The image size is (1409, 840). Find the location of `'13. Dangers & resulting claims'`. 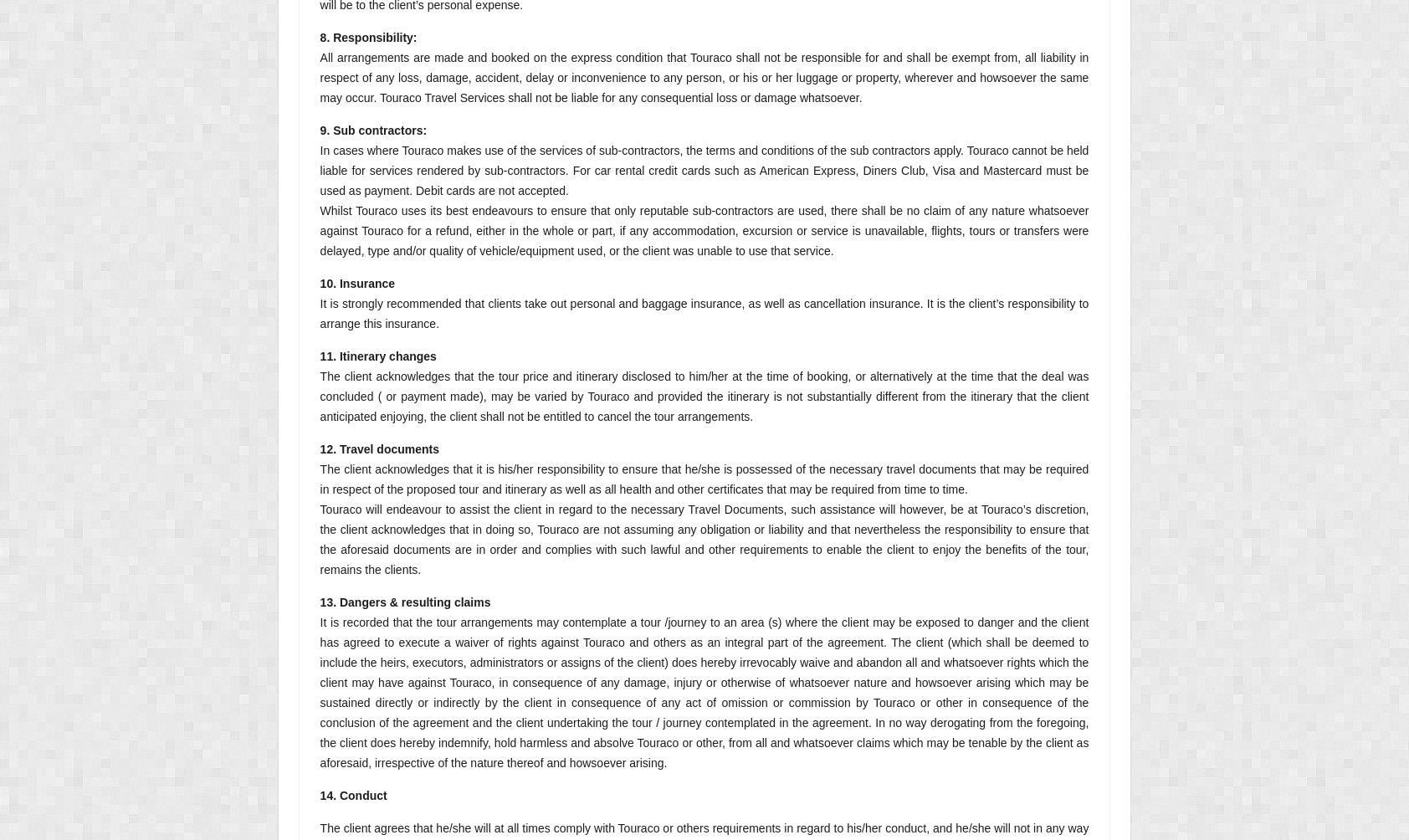

'13. Dangers & resulting claims' is located at coordinates (403, 601).